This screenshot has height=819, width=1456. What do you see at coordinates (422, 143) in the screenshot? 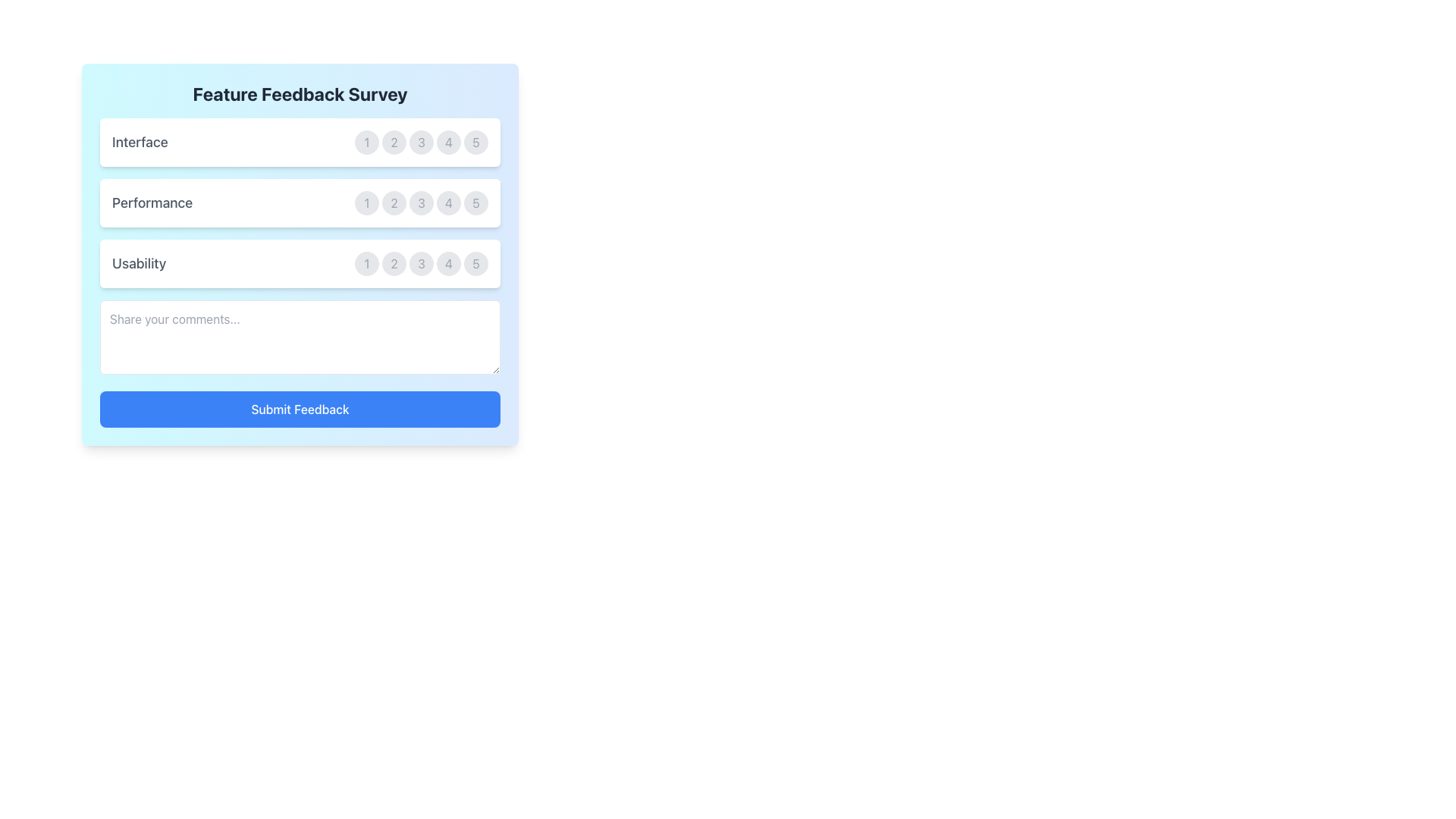
I see `the third circular button for the 'Interface' rating in the feedback survey` at bounding box center [422, 143].